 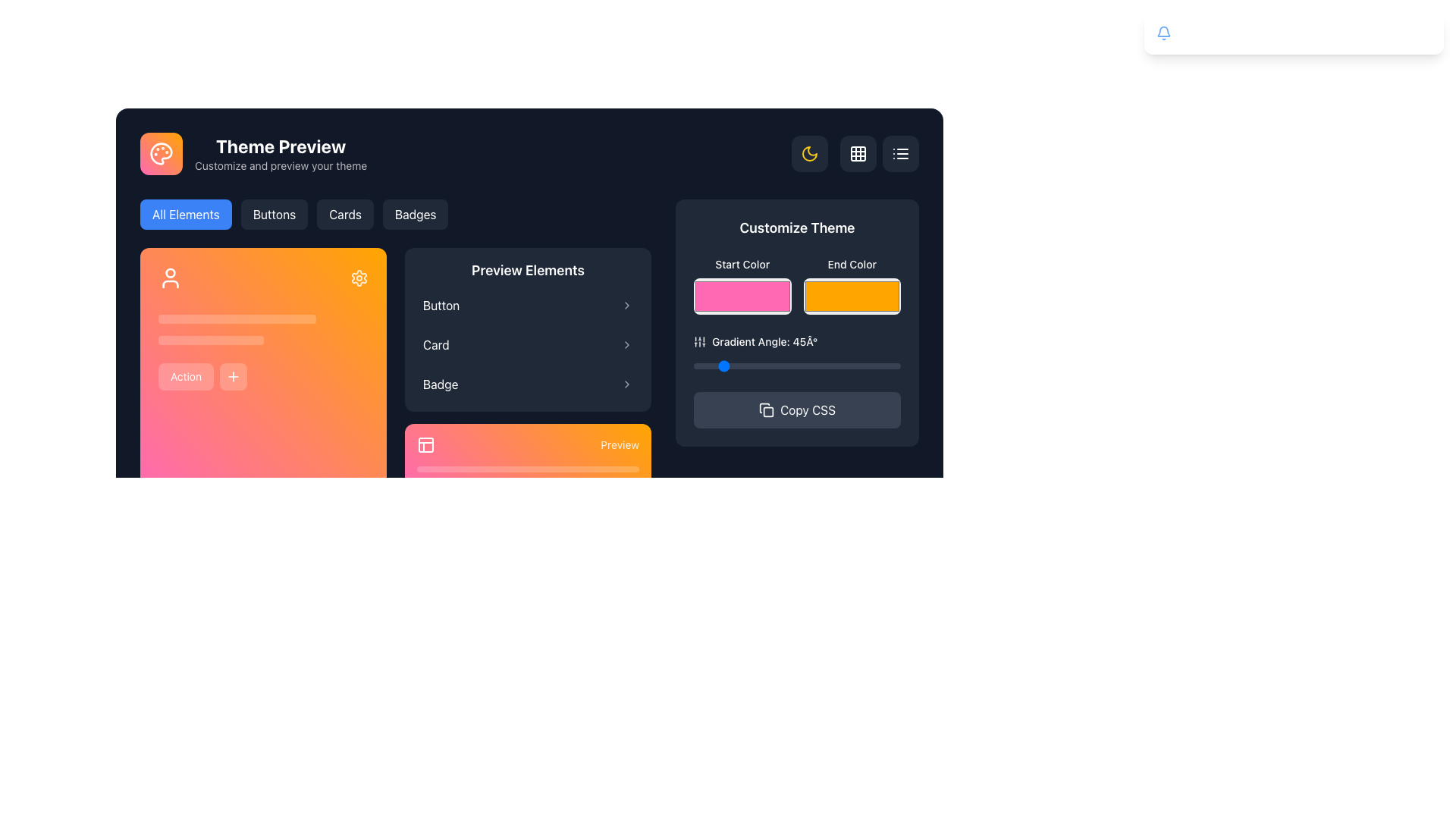 What do you see at coordinates (435, 345) in the screenshot?
I see `the content of the text label reading 'Card', which is styled in bright white font against a dark background, located beneath the 'Button' label and above the 'Badge' label in the 'Preview Elements' section` at bounding box center [435, 345].